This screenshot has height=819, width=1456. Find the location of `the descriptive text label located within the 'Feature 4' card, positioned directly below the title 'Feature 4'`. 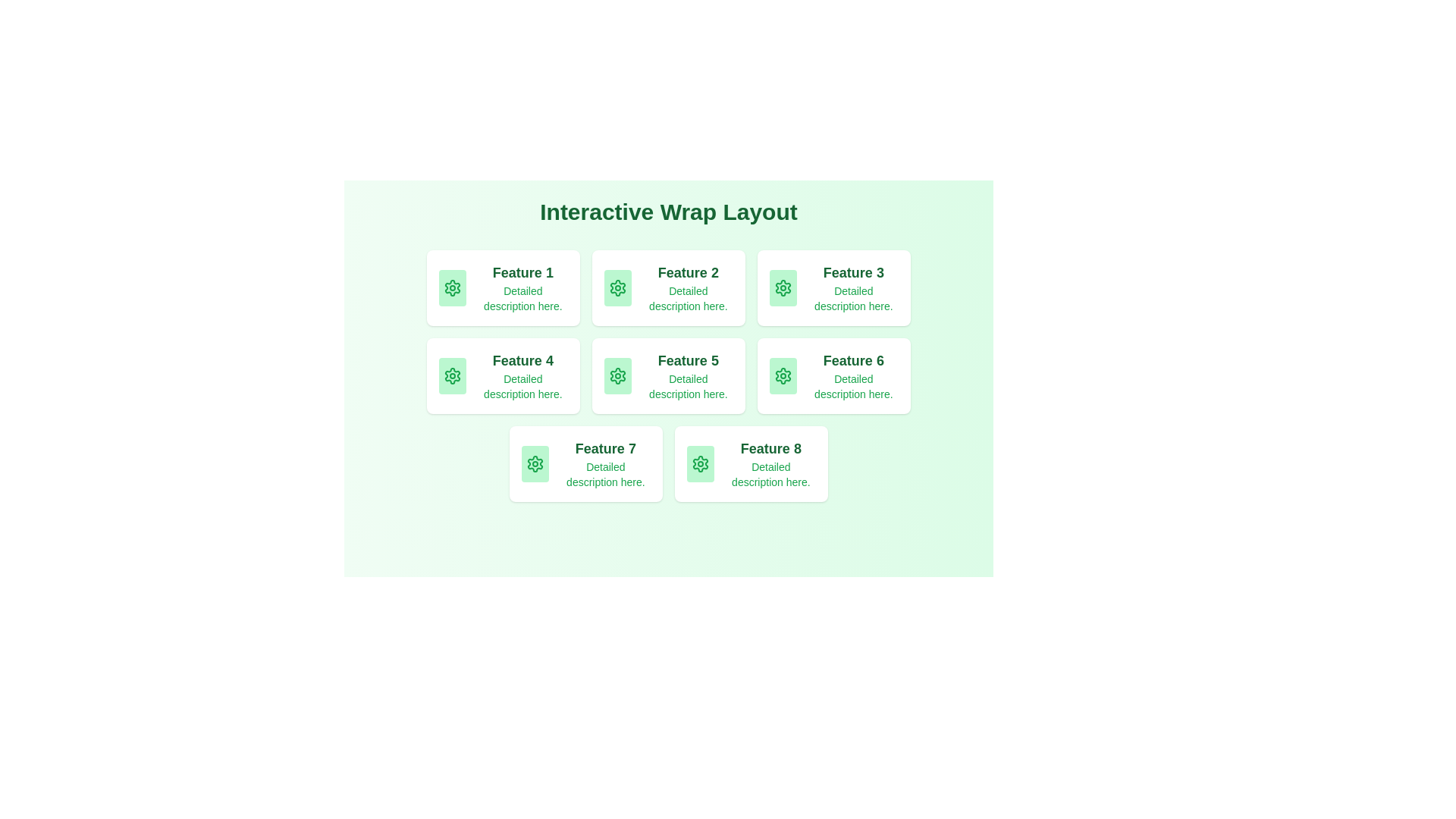

the descriptive text label located within the 'Feature 4' card, positioned directly below the title 'Feature 4' is located at coordinates (522, 385).